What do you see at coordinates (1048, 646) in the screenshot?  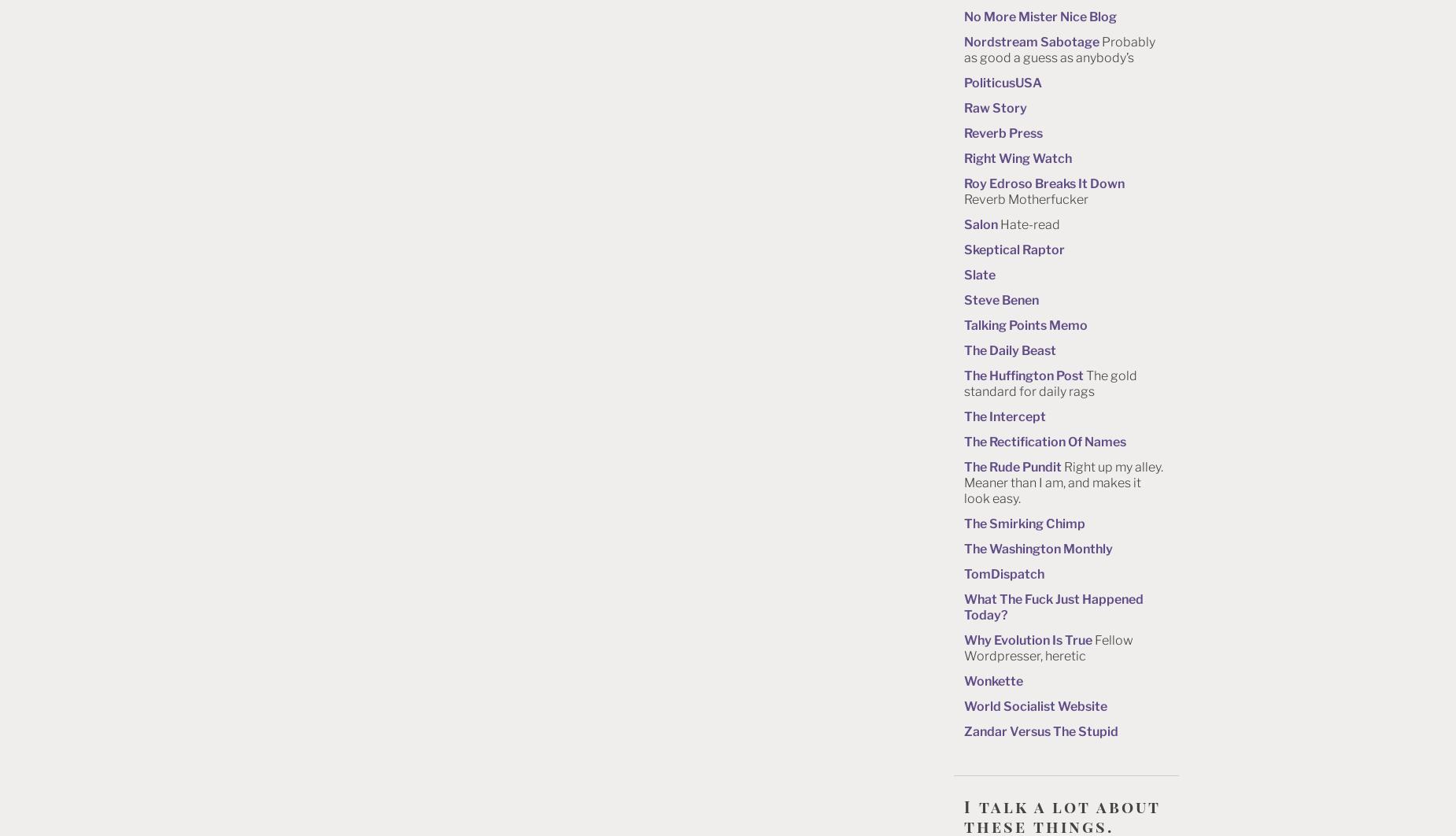 I see `'Fellow Wordpresser, heretic'` at bounding box center [1048, 646].